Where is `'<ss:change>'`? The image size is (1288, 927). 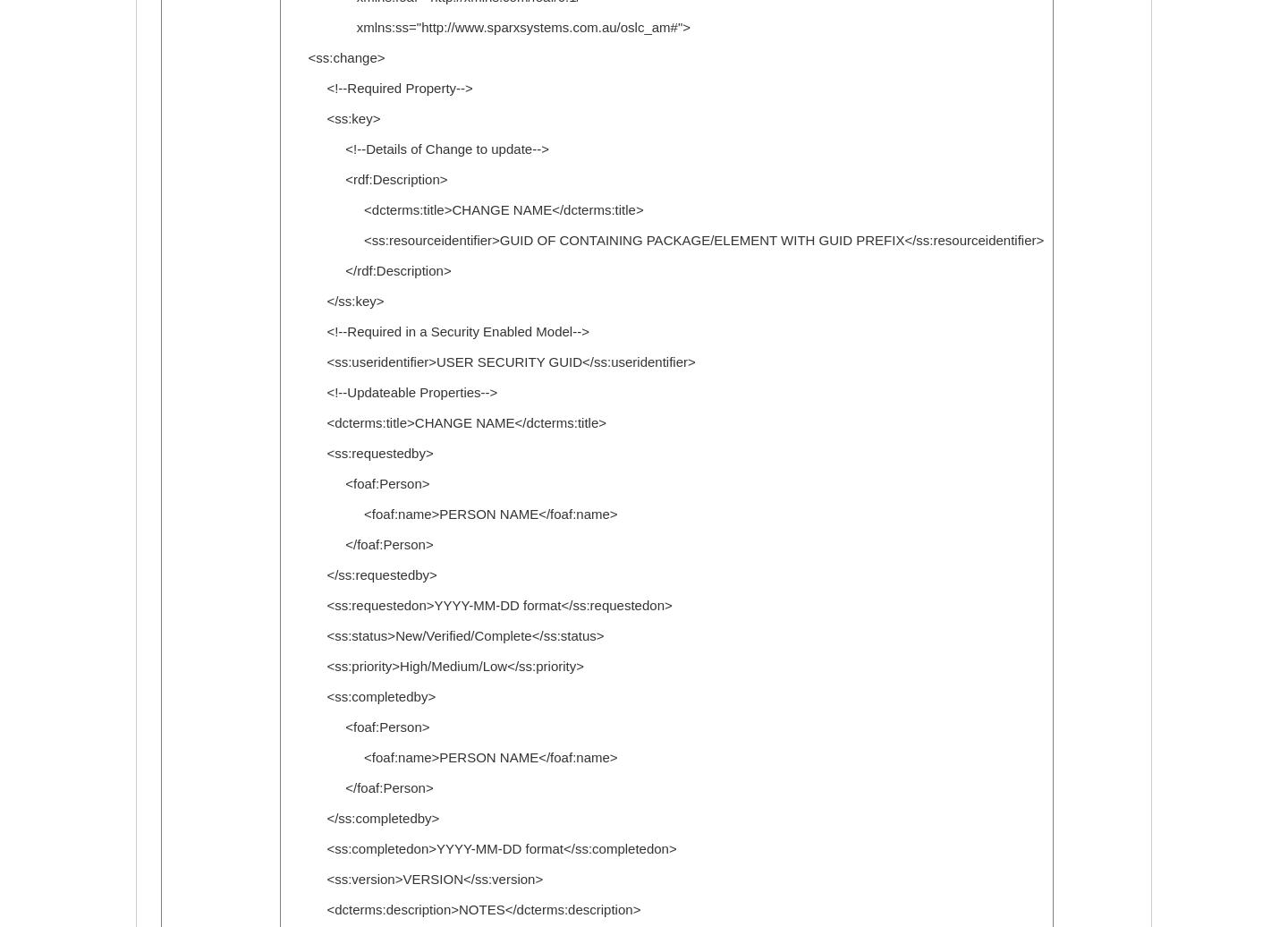 '<ss:change>' is located at coordinates (335, 57).